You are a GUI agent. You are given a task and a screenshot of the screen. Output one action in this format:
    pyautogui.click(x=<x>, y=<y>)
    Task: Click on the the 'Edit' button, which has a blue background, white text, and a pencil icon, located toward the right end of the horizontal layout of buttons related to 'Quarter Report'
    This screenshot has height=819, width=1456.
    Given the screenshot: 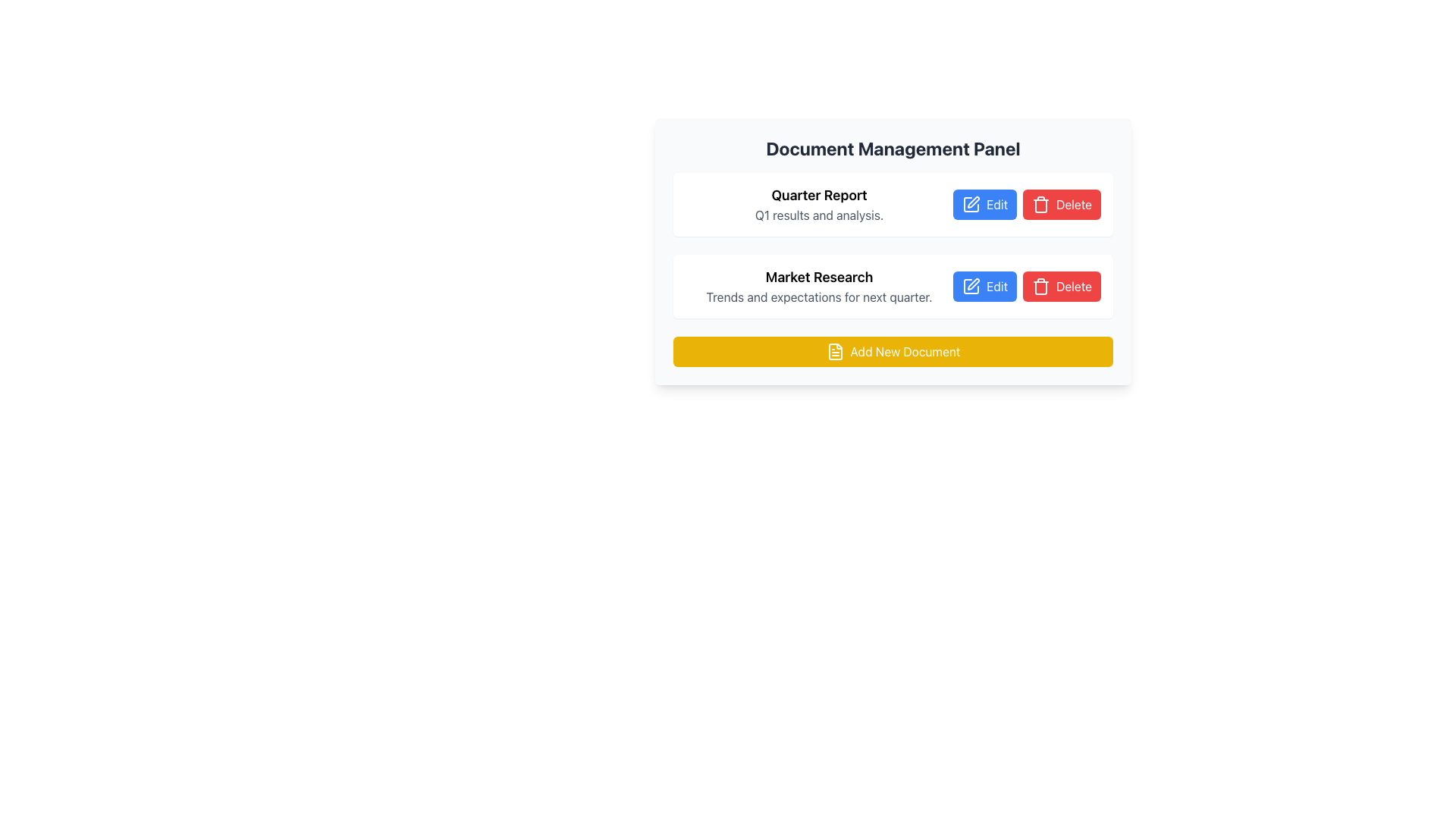 What is the action you would take?
    pyautogui.click(x=985, y=205)
    